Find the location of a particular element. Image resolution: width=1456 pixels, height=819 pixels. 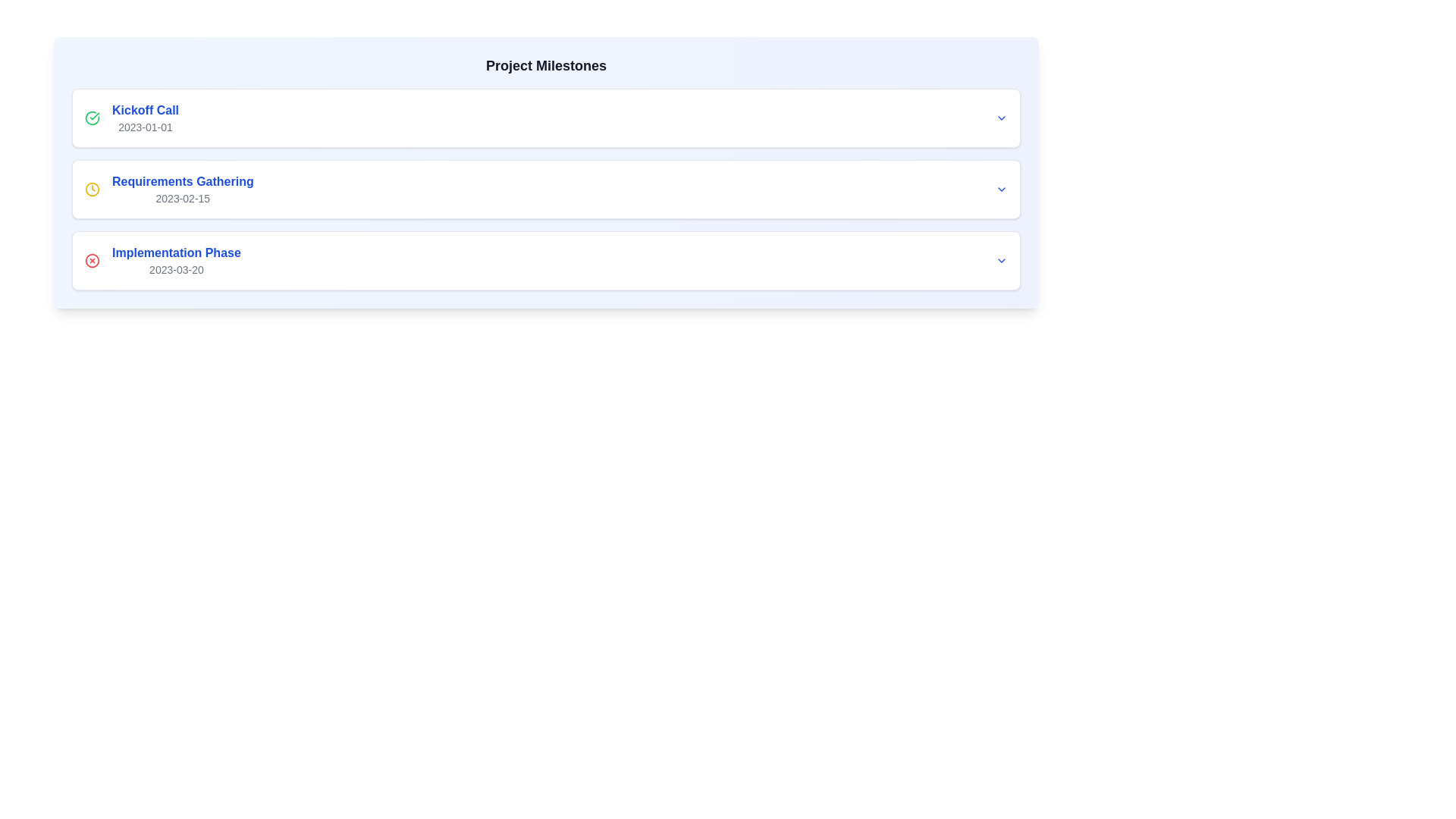

text from the Text Label that serves as a heading for a milestone or event, positioned between 'Kickoff Call' above and 'Implementation Phase' below, located above the date '2023-02-15' and below a yellow clock icon is located at coordinates (182, 180).